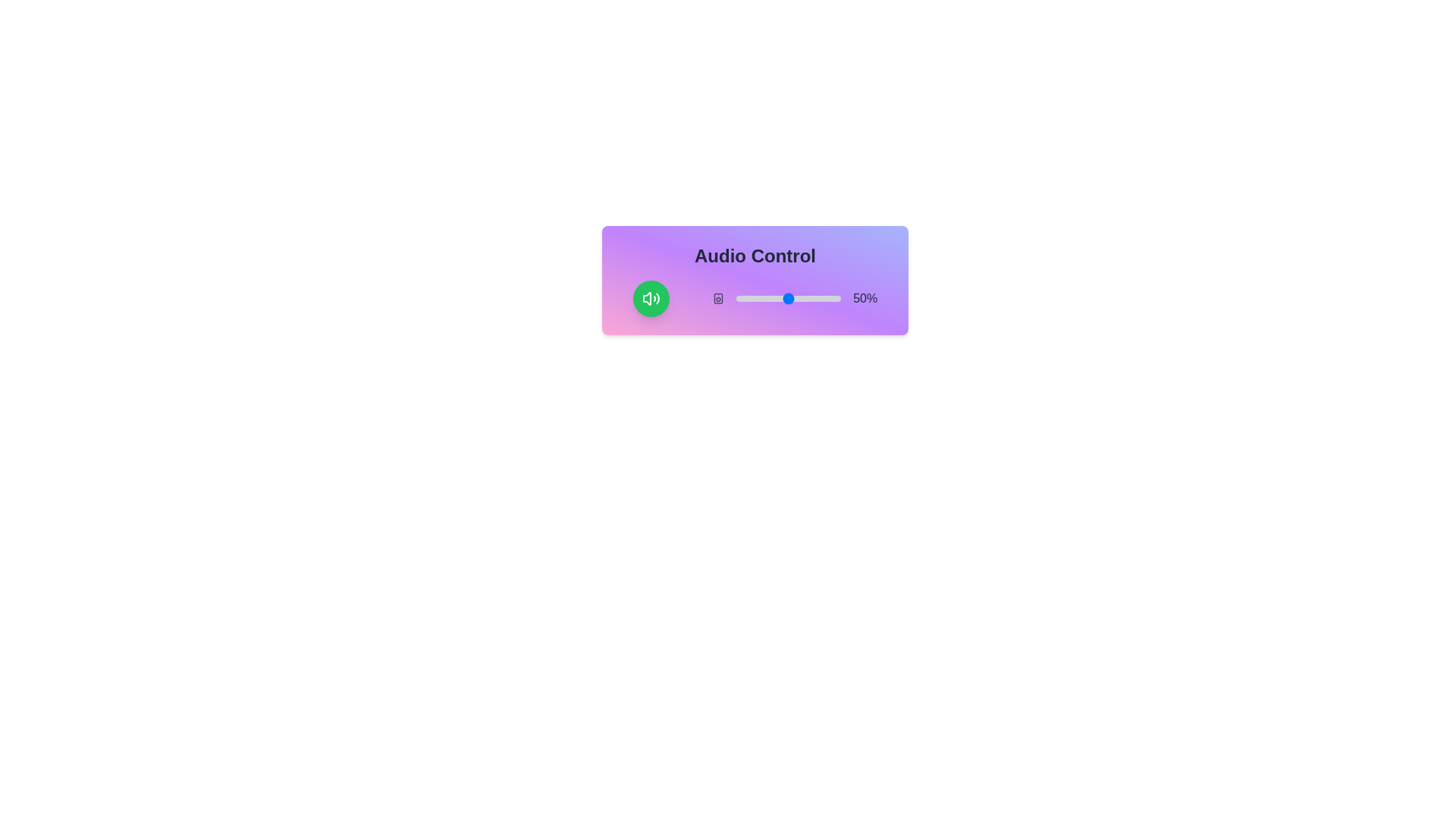 This screenshot has width=1456, height=819. Describe the element at coordinates (781, 298) in the screenshot. I see `the volume slider to 43%` at that location.